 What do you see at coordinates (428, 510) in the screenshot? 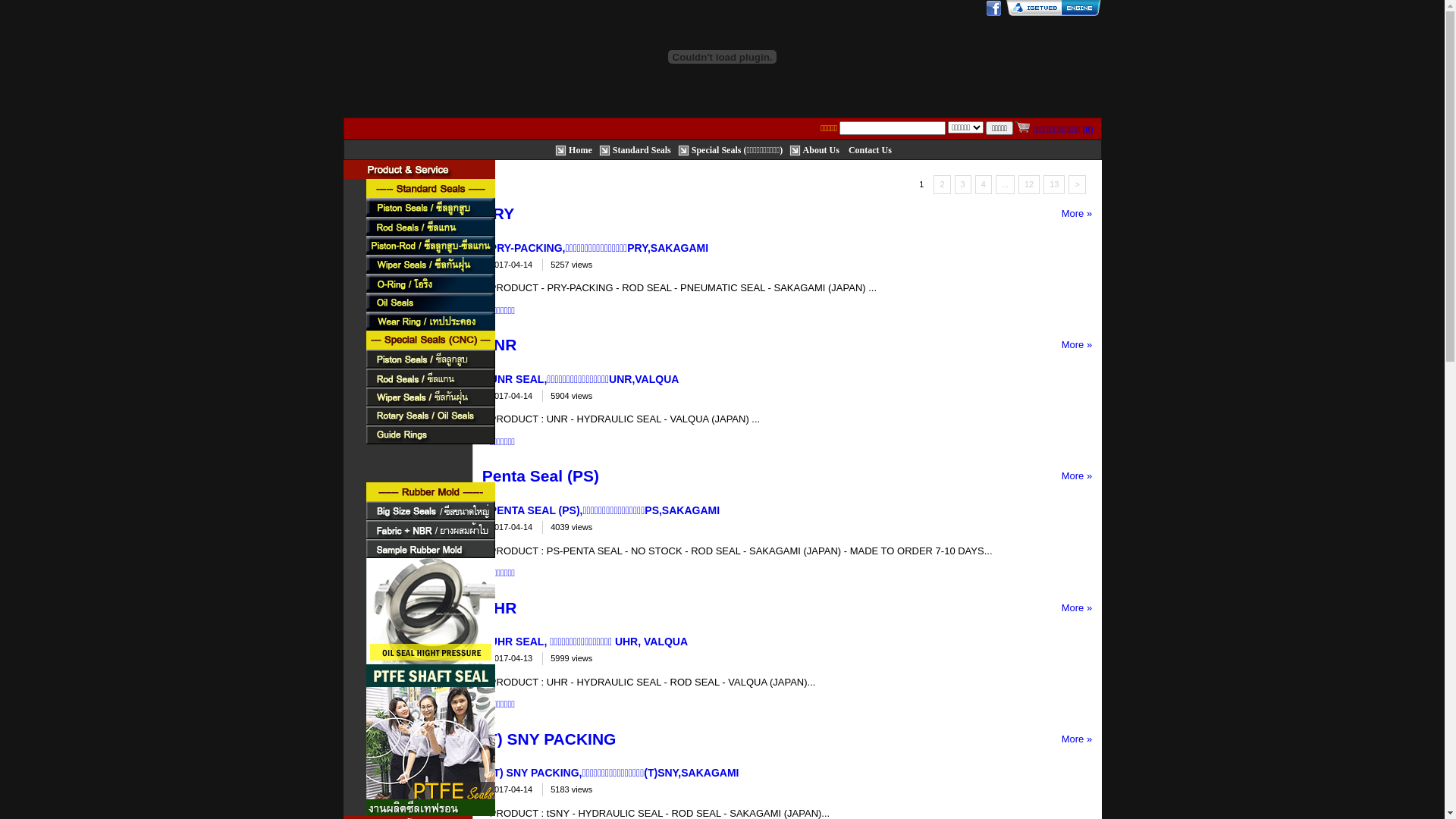
I see `'Big Size Seals'` at bounding box center [428, 510].